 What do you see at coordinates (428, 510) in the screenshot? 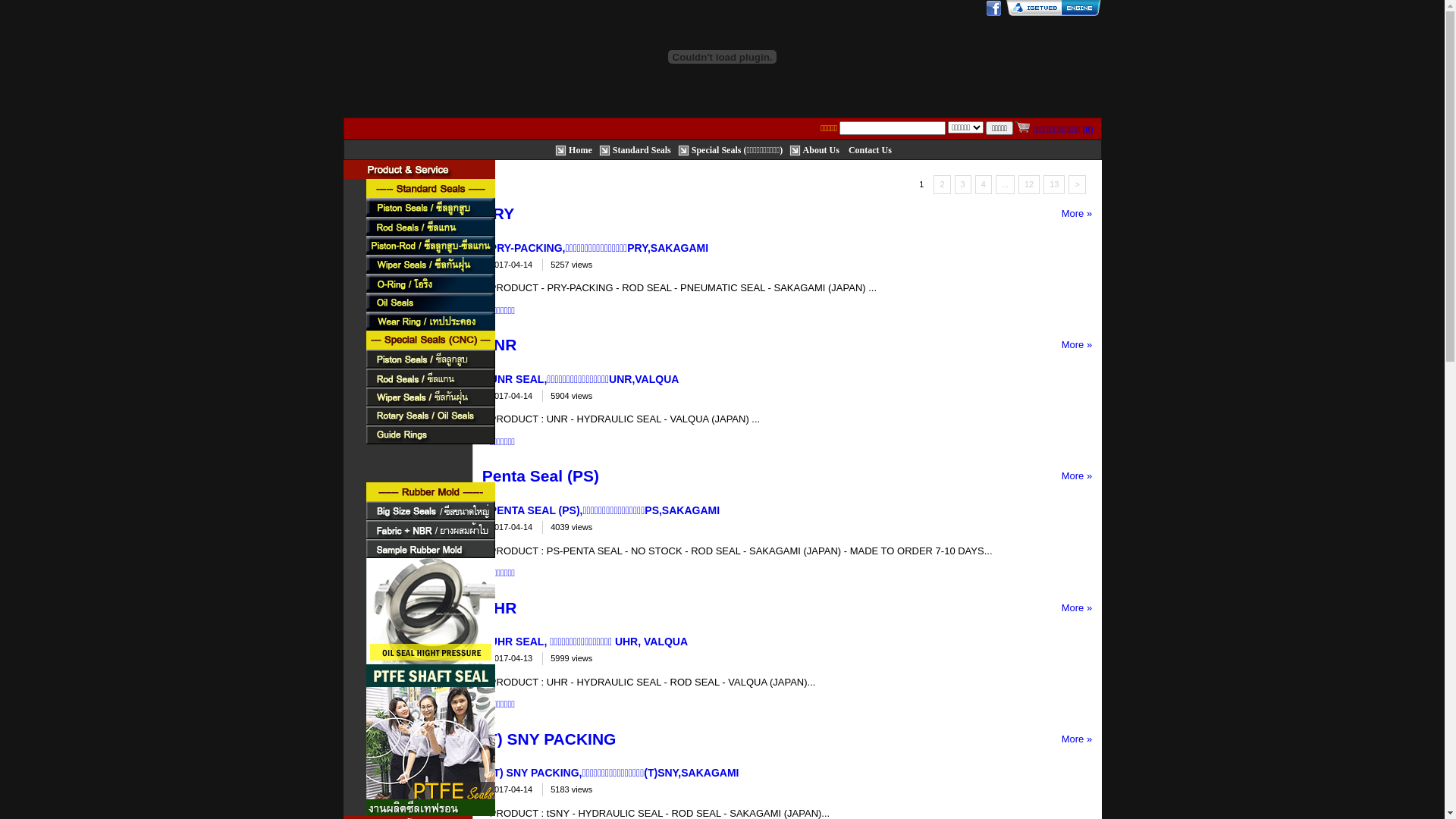
I see `'Big Size Seals'` at bounding box center [428, 510].